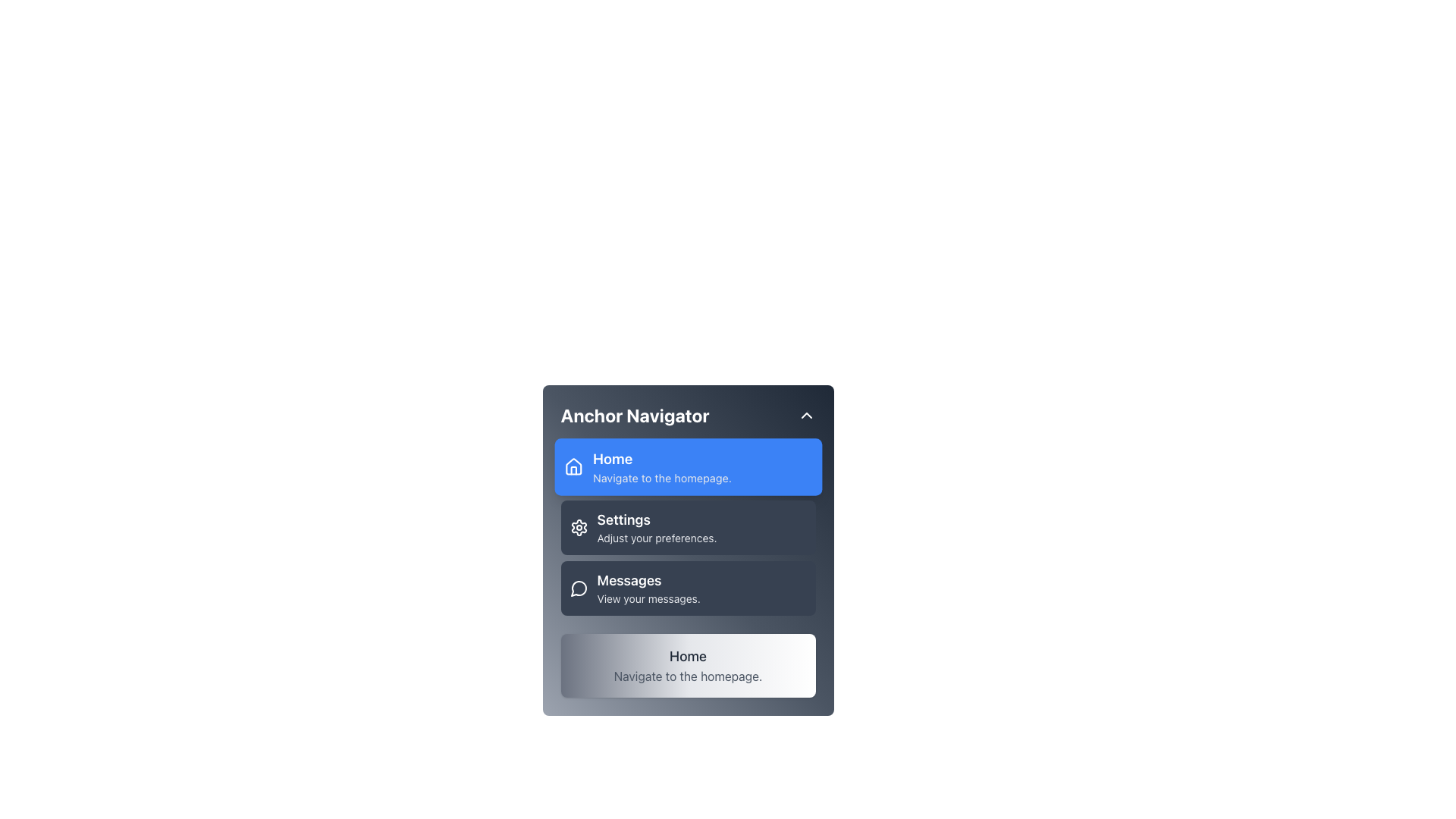 The height and width of the screenshot is (819, 1456). Describe the element at coordinates (687, 665) in the screenshot. I see `the non-interactive informational card indicating the 'Home' section of the interface, located at the bottom of the list of navigation options in the 'Anchor Navigator'` at that location.